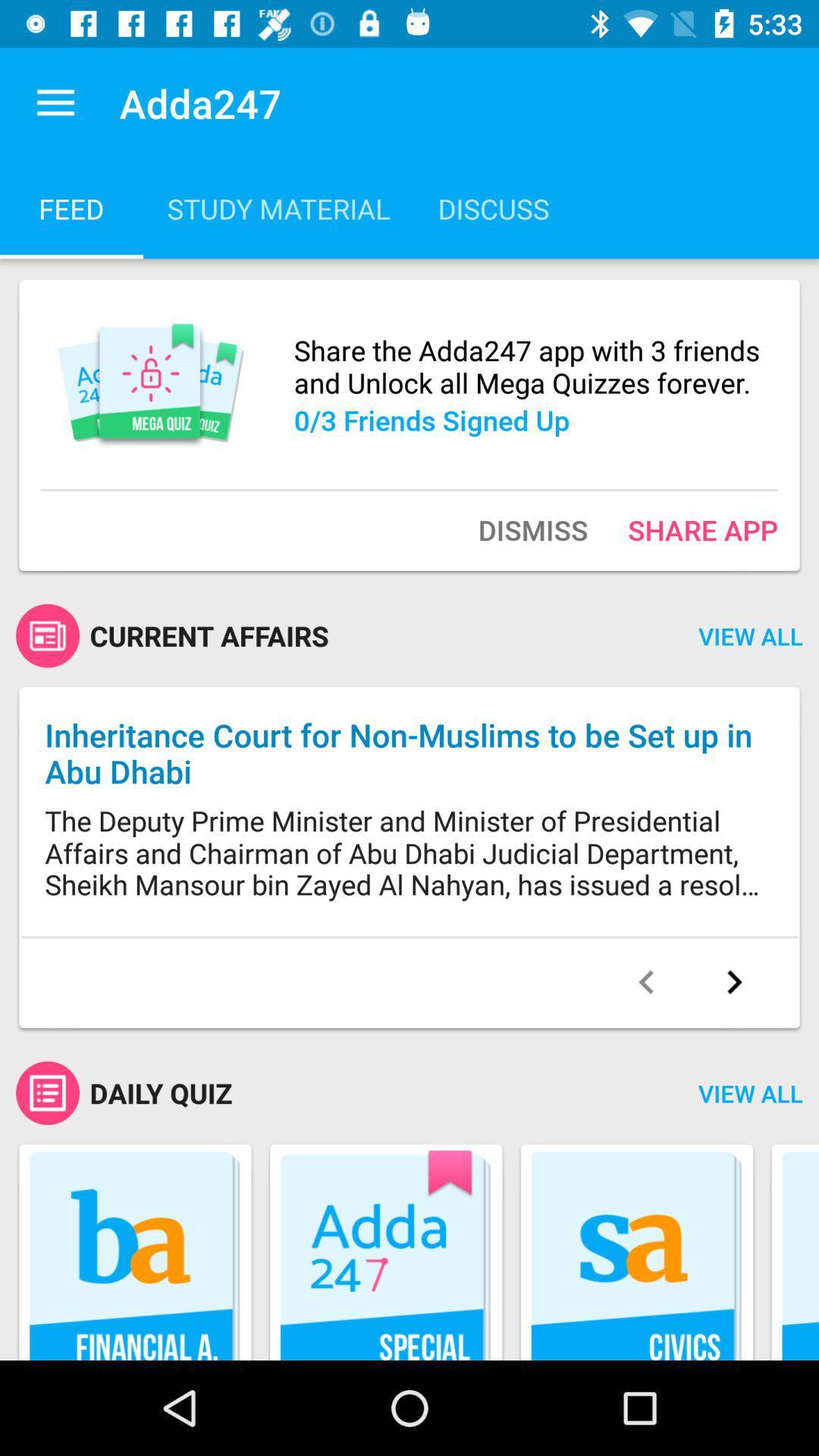  I want to click on go back, so click(646, 982).